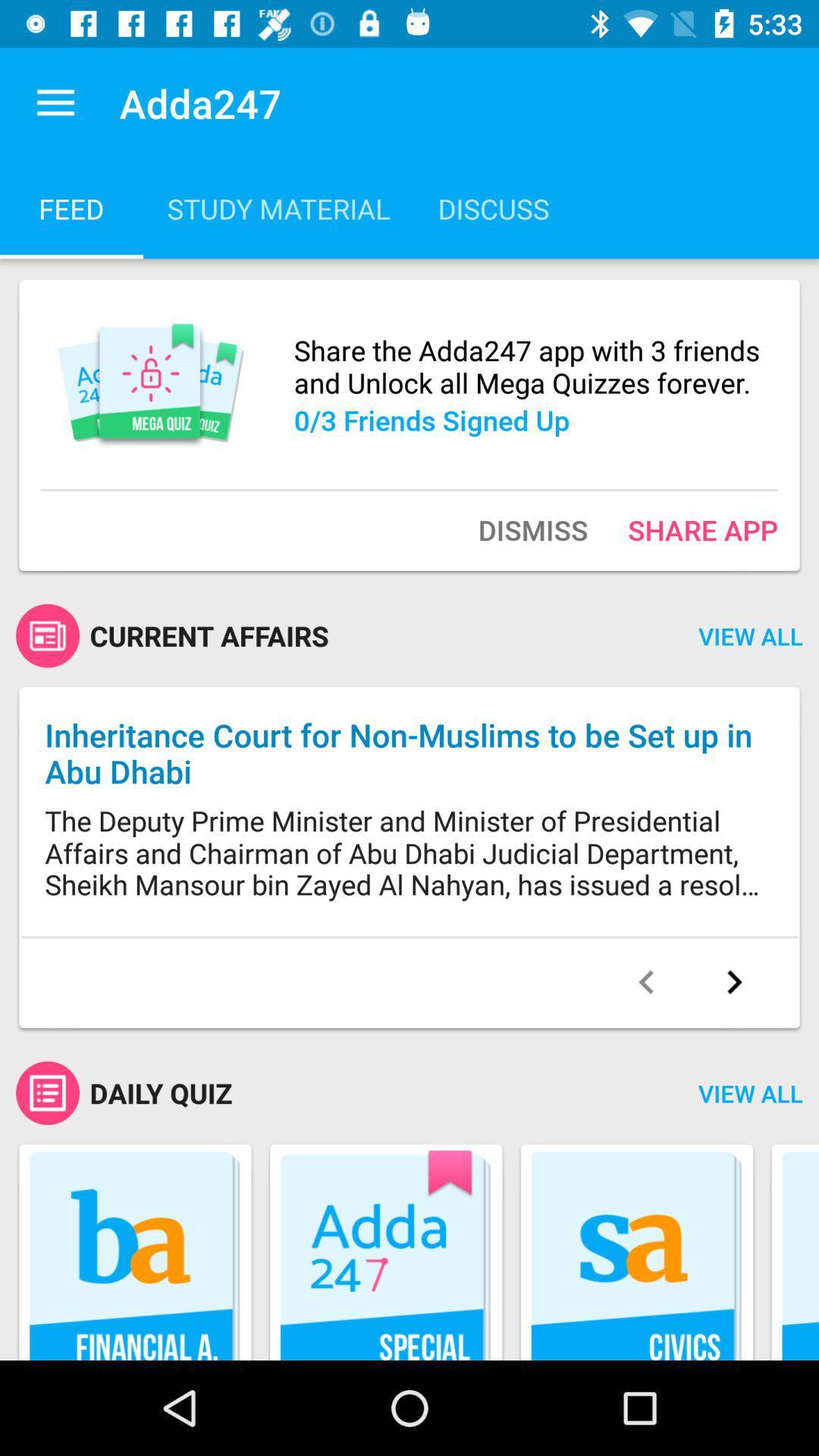  I want to click on go back, so click(646, 982).